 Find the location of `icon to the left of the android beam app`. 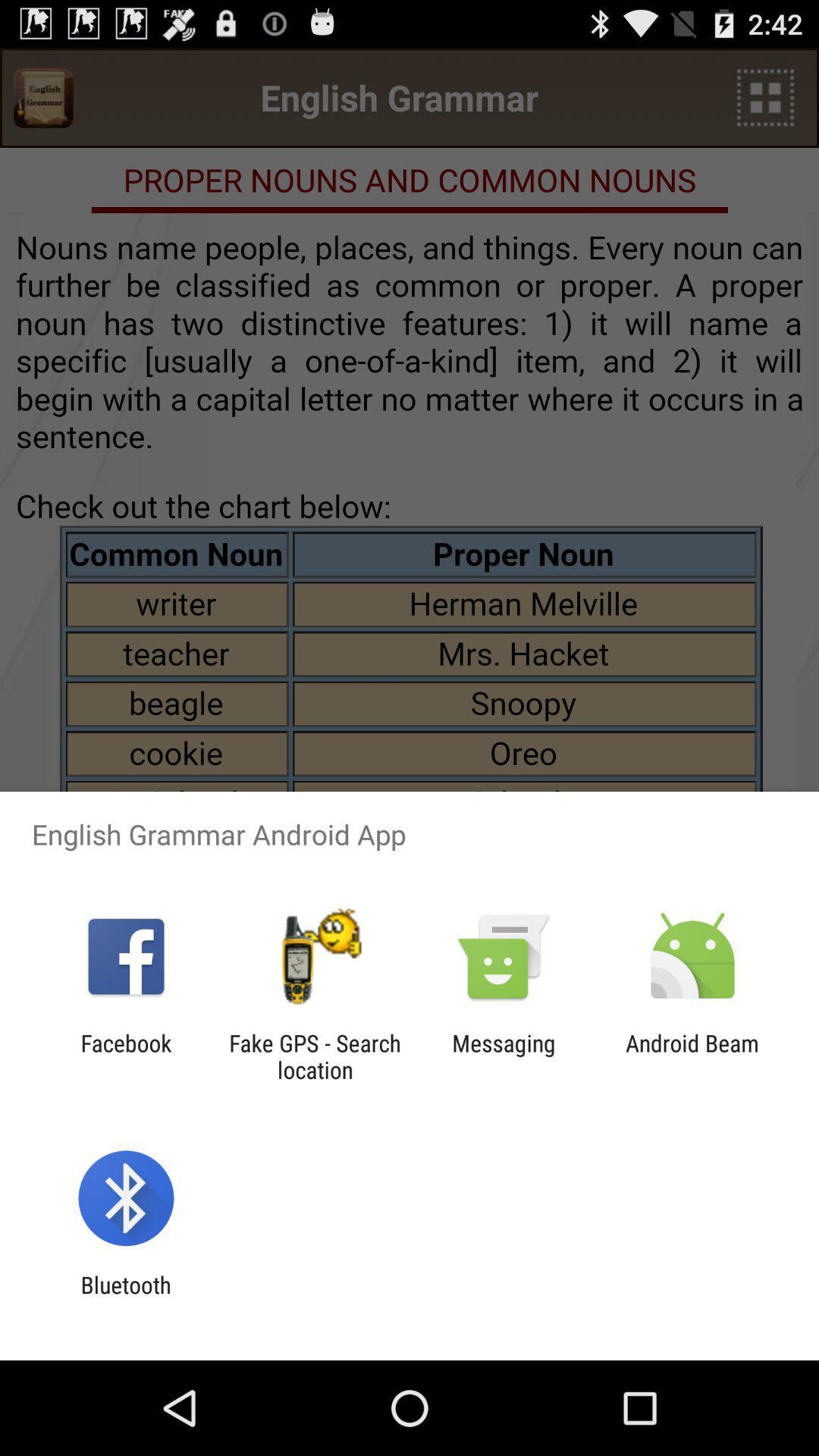

icon to the left of the android beam app is located at coordinates (504, 1056).